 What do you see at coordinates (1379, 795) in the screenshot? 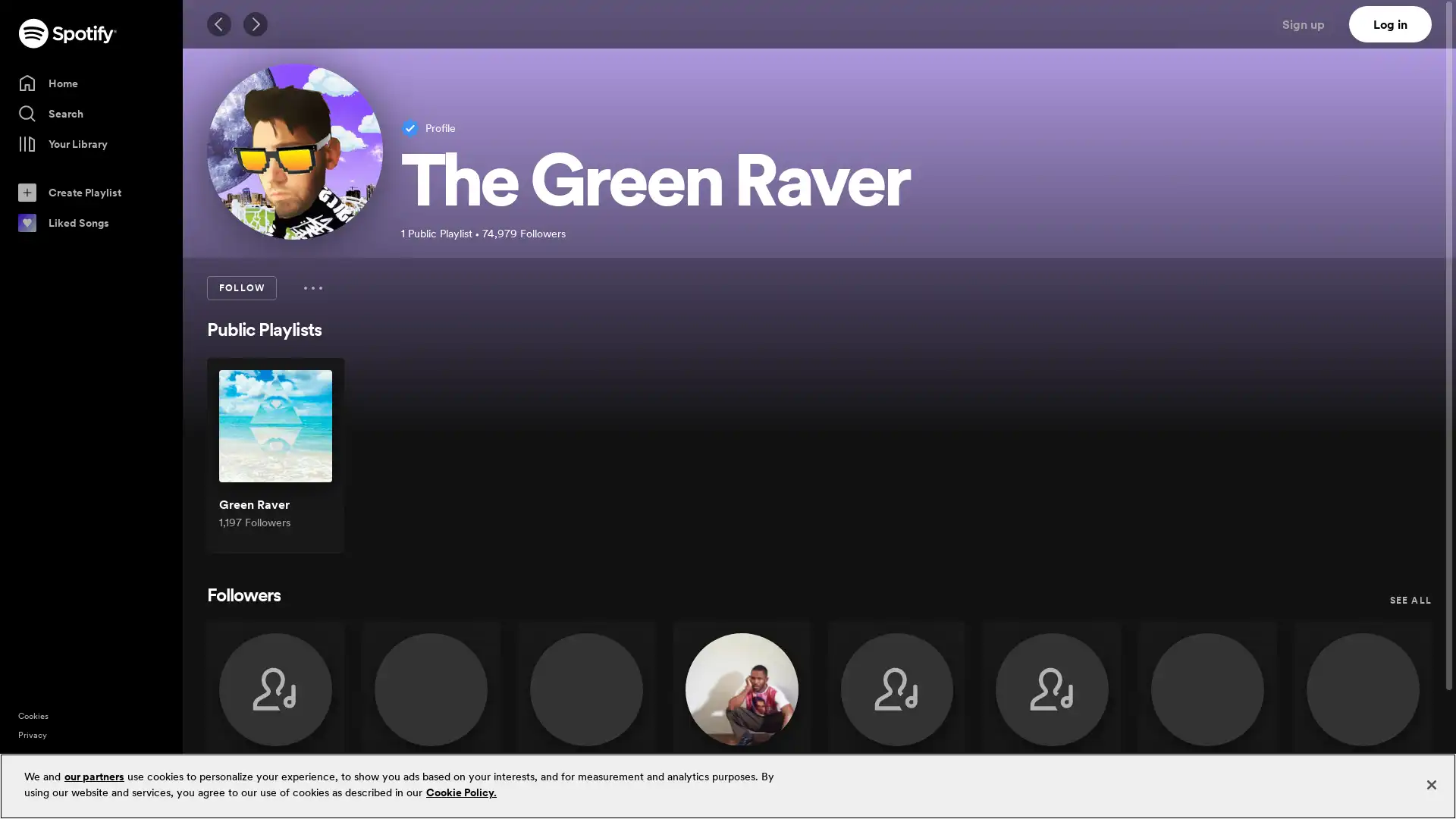
I see `Sign up free` at bounding box center [1379, 795].